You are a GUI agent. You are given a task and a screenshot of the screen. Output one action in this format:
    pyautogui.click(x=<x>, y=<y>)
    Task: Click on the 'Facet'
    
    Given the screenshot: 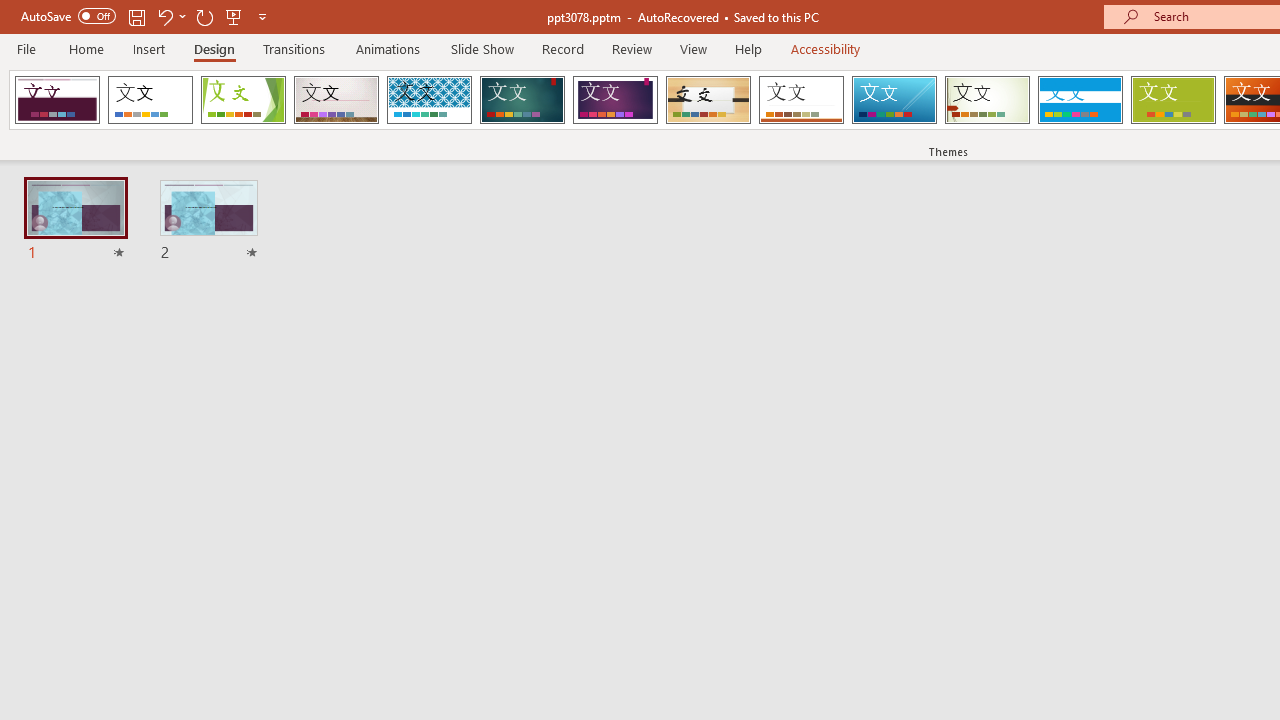 What is the action you would take?
    pyautogui.click(x=242, y=100)
    